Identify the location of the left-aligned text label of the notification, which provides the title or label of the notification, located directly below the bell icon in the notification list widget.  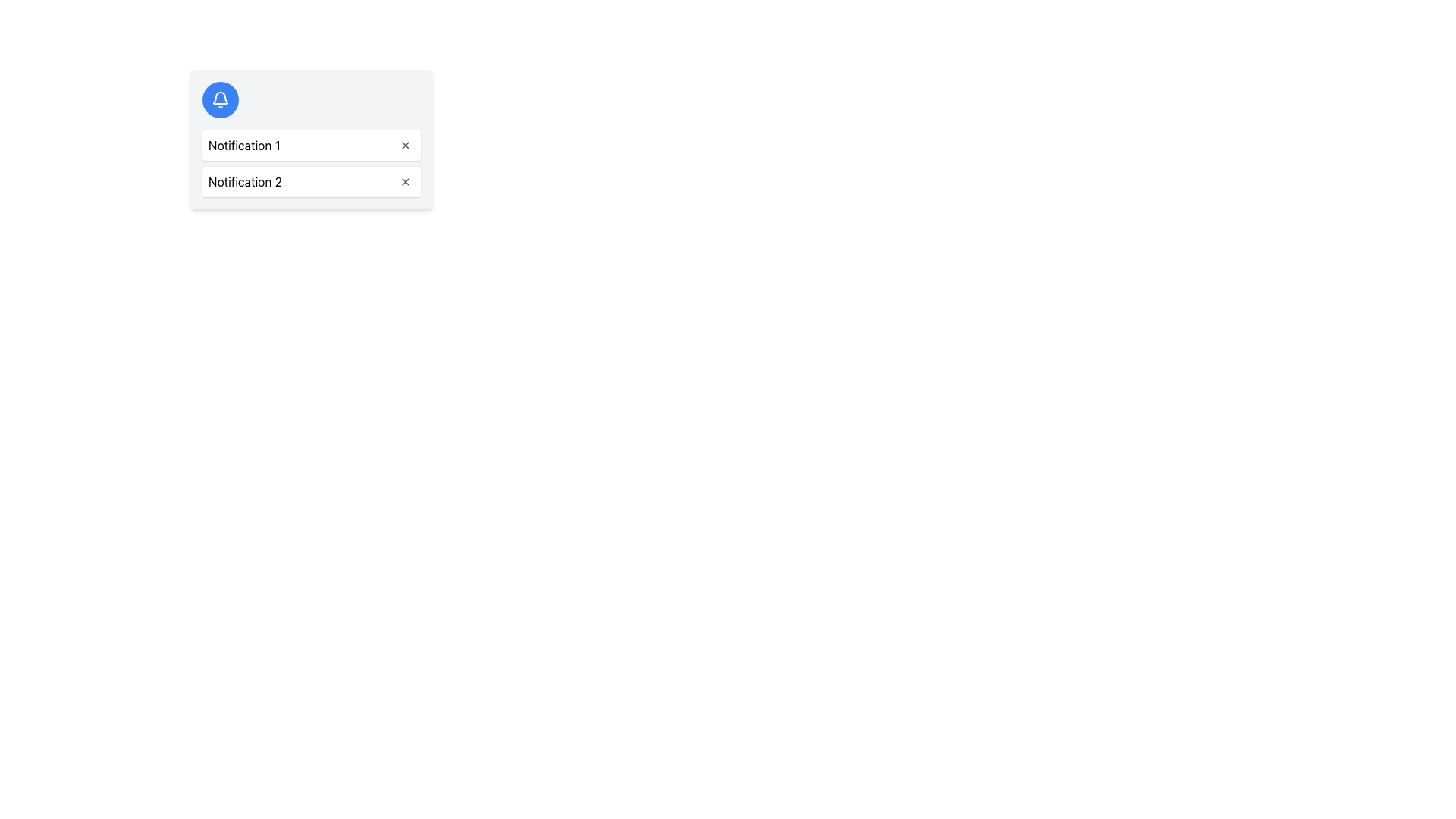
(244, 146).